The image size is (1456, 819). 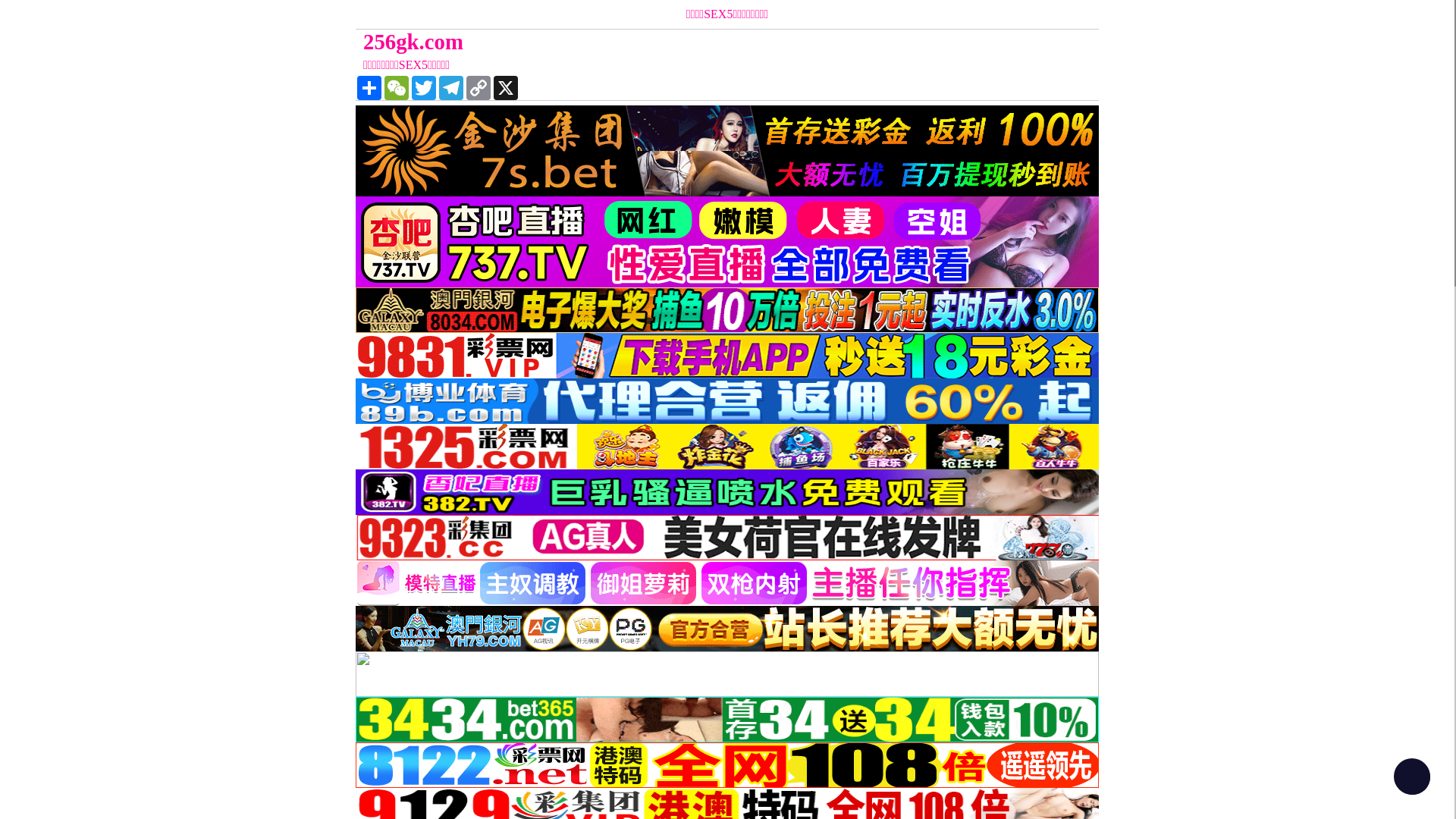 What do you see at coordinates (423, 87) in the screenshot?
I see `'Twitter'` at bounding box center [423, 87].